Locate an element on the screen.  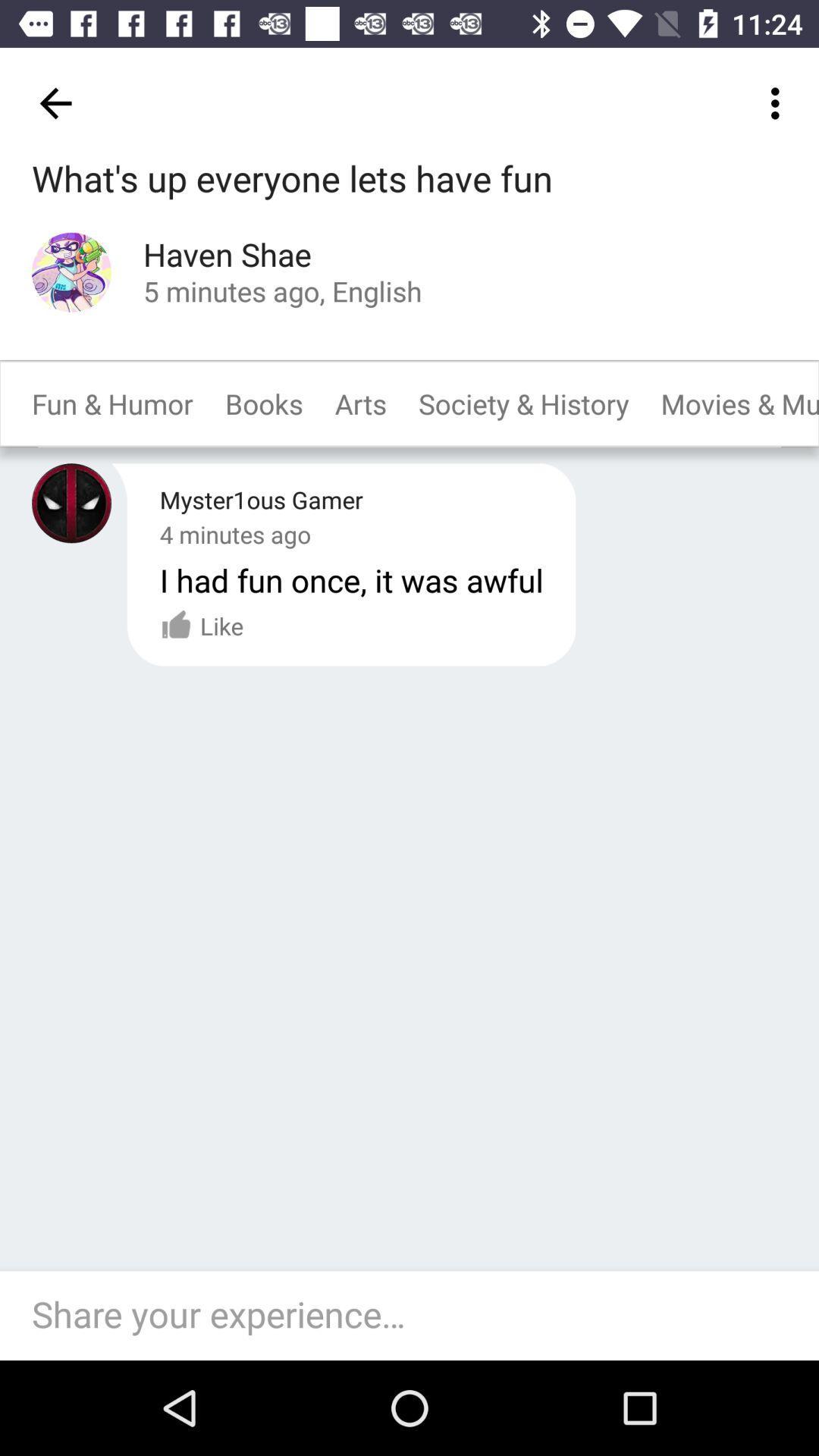
profile icon is located at coordinates (71, 272).